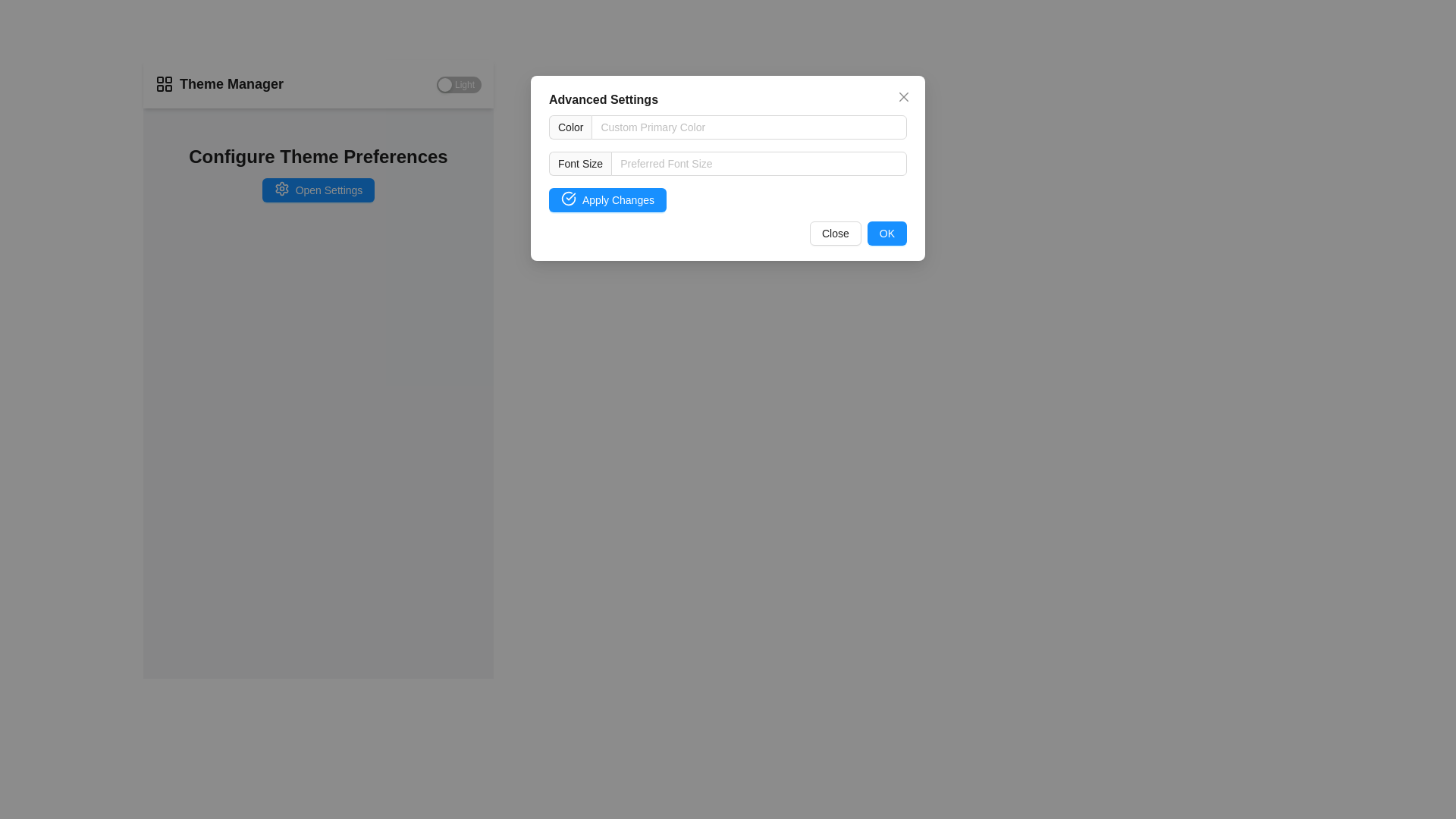 This screenshot has height=819, width=1456. I want to click on the settings icon located within the 'Open Settings' button, which is centrally positioned beneath the 'Configure Theme Preferences' heading, so click(281, 187).